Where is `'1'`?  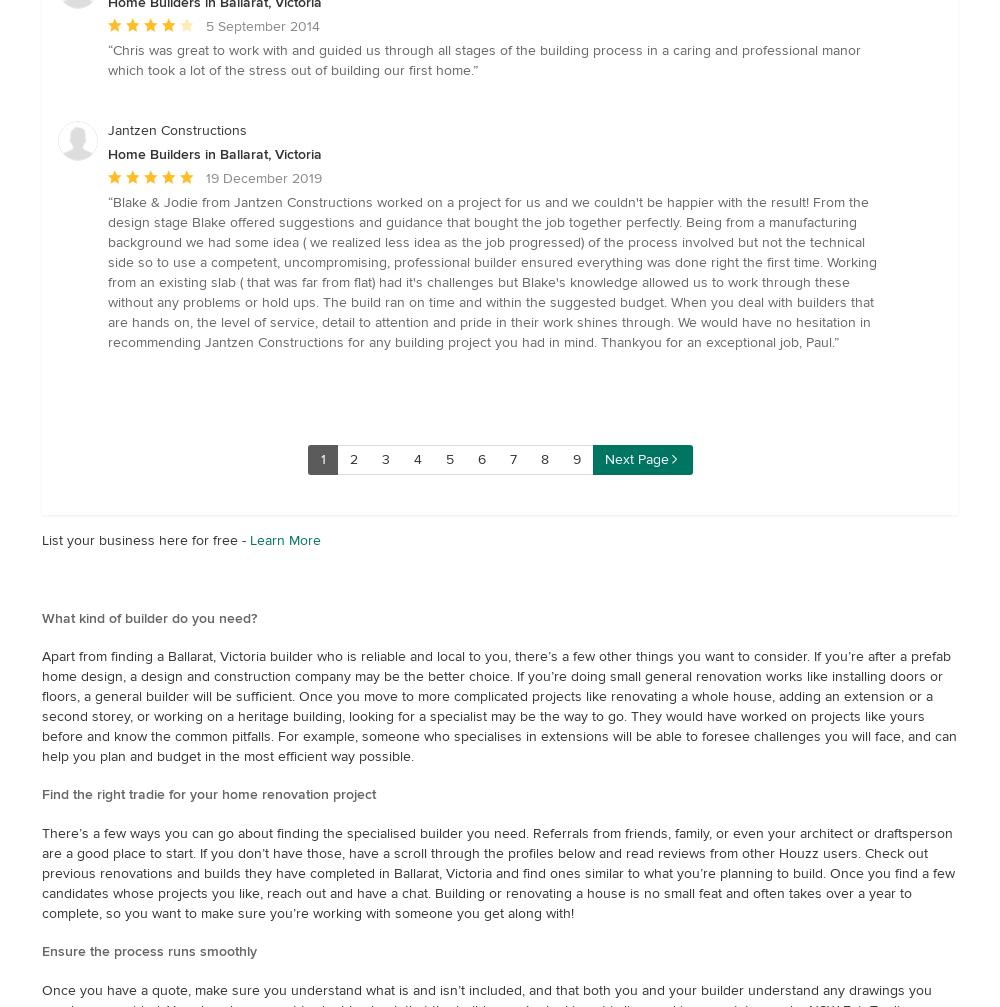
'1' is located at coordinates (321, 458).